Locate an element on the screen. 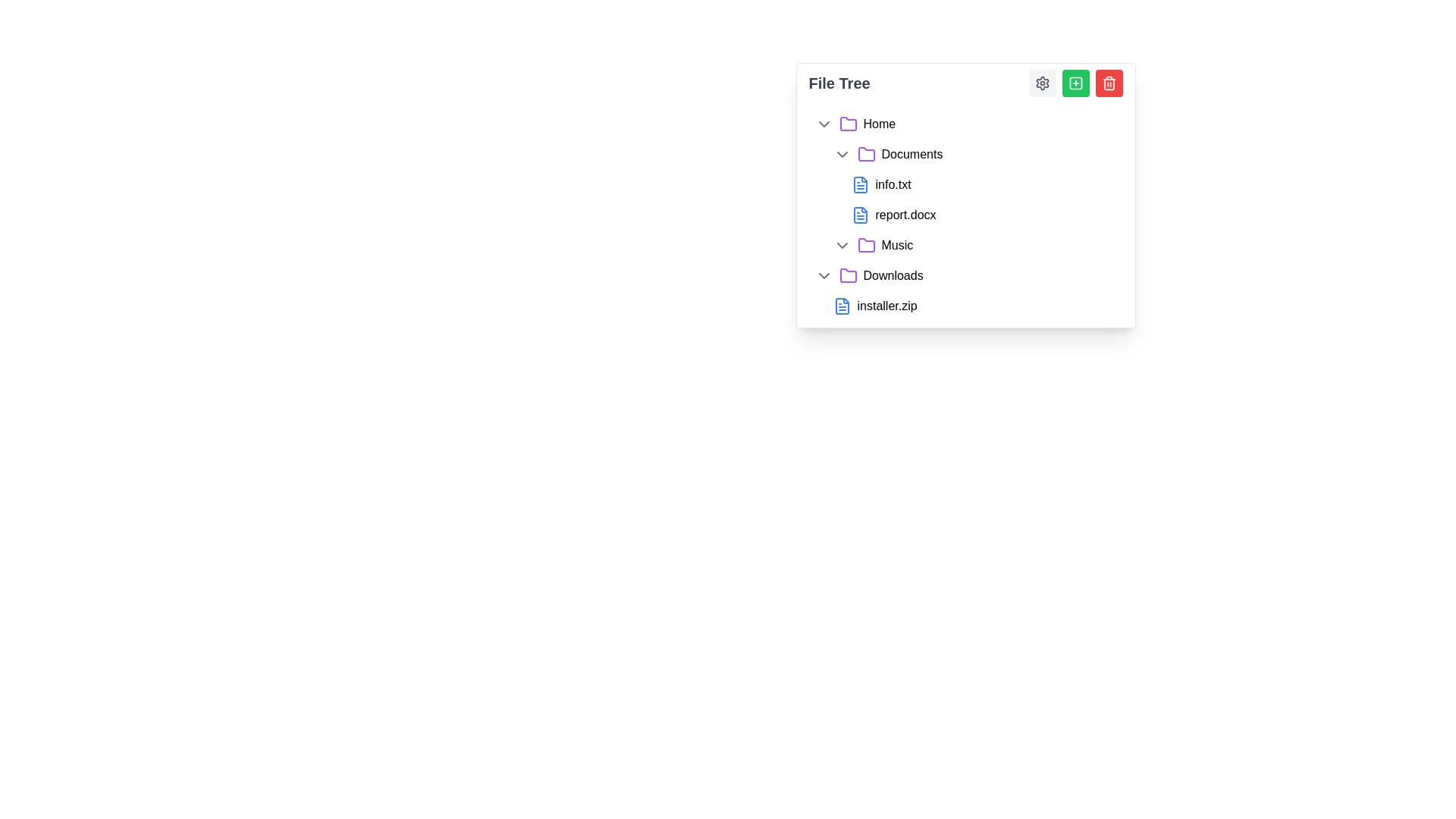  the file type indicator icon for the .zip archive associated with 'installer.zip', which is located at the beginning of the file entry list is located at coordinates (841, 306).